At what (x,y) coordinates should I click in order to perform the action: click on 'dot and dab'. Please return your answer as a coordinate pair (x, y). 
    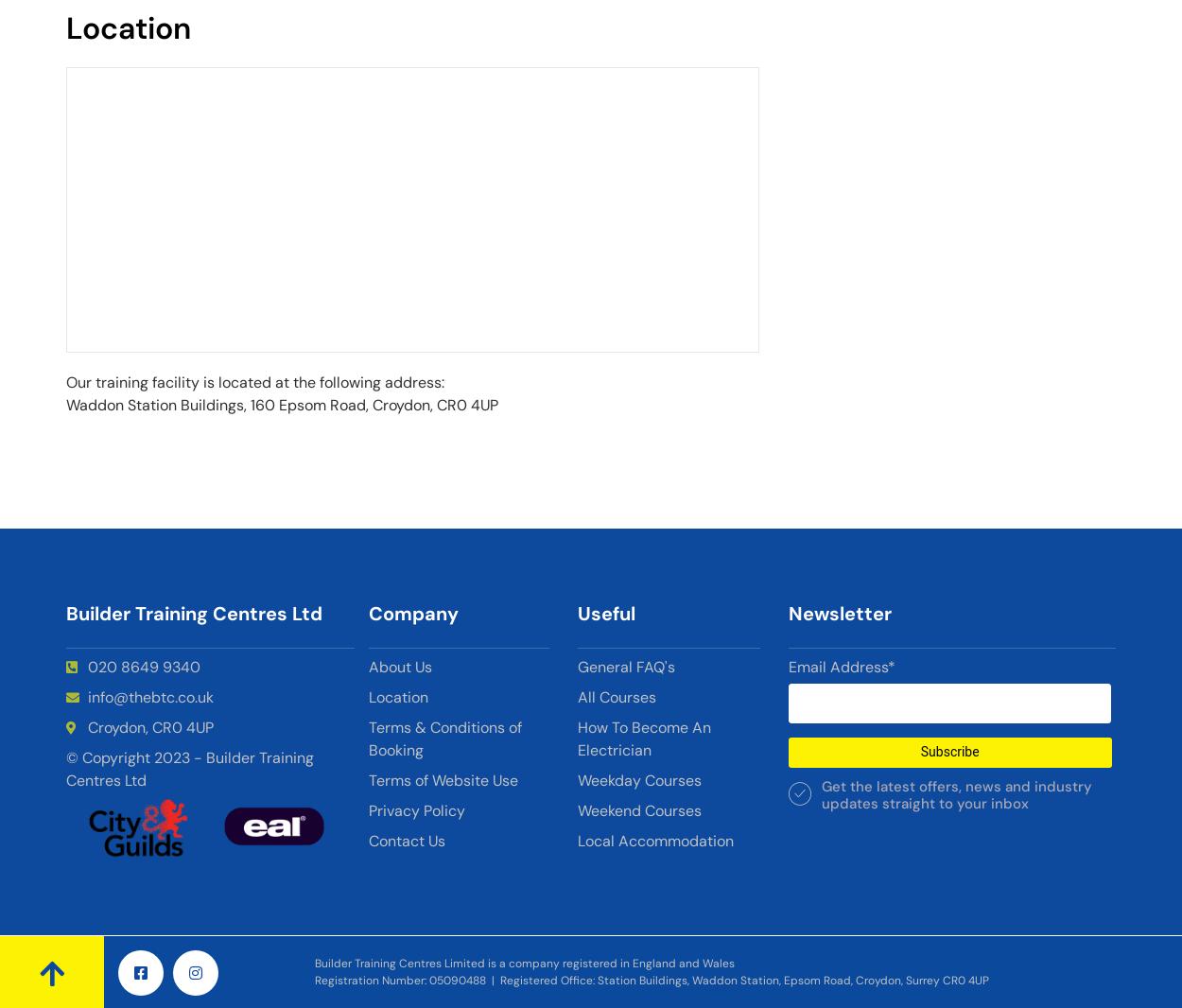
    Looking at the image, I should click on (186, 515).